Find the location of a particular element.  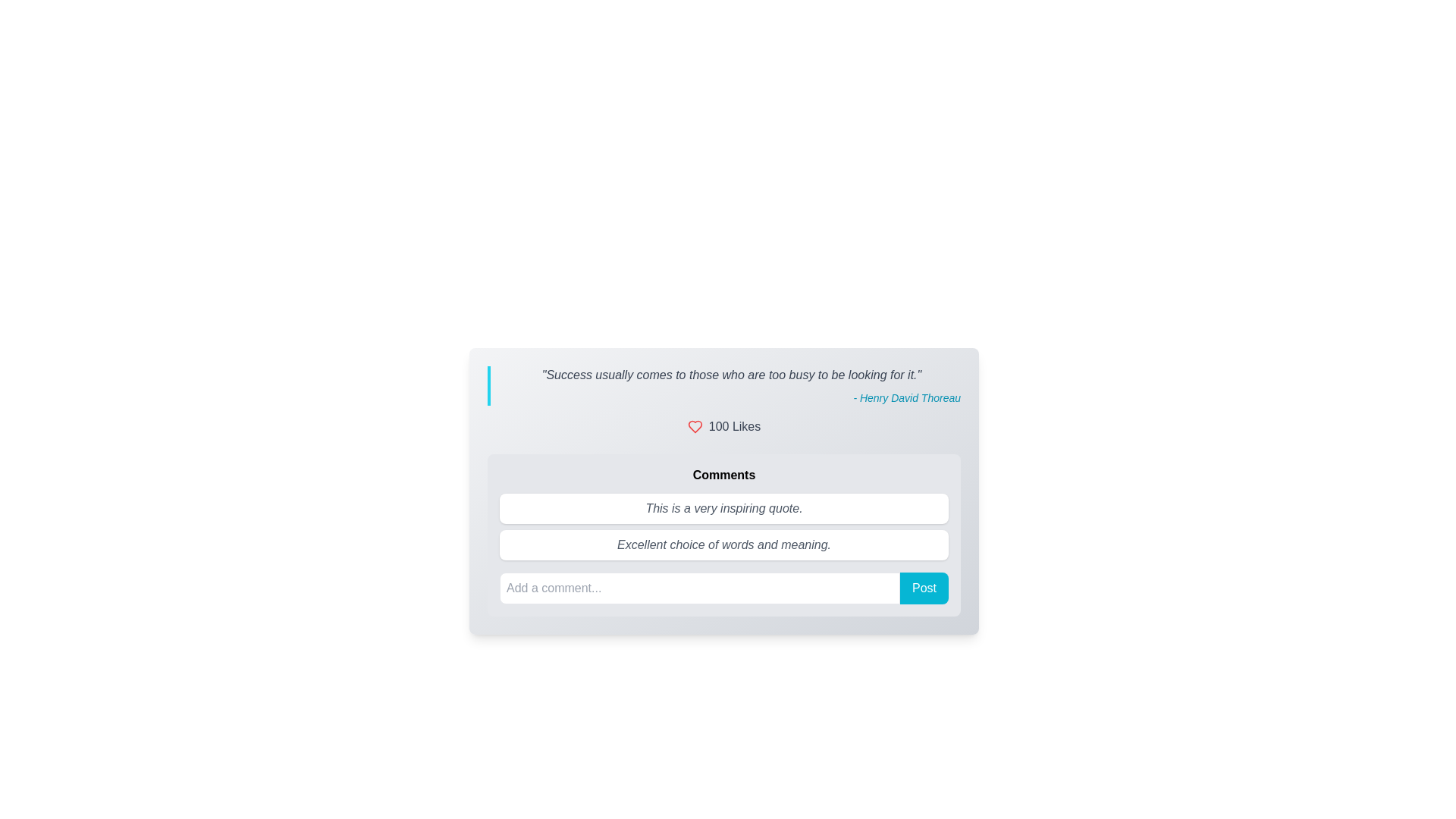

the 'like' icon located leftmost in the horizontal grouping above the text '100 Likes' to register a like is located at coordinates (694, 427).